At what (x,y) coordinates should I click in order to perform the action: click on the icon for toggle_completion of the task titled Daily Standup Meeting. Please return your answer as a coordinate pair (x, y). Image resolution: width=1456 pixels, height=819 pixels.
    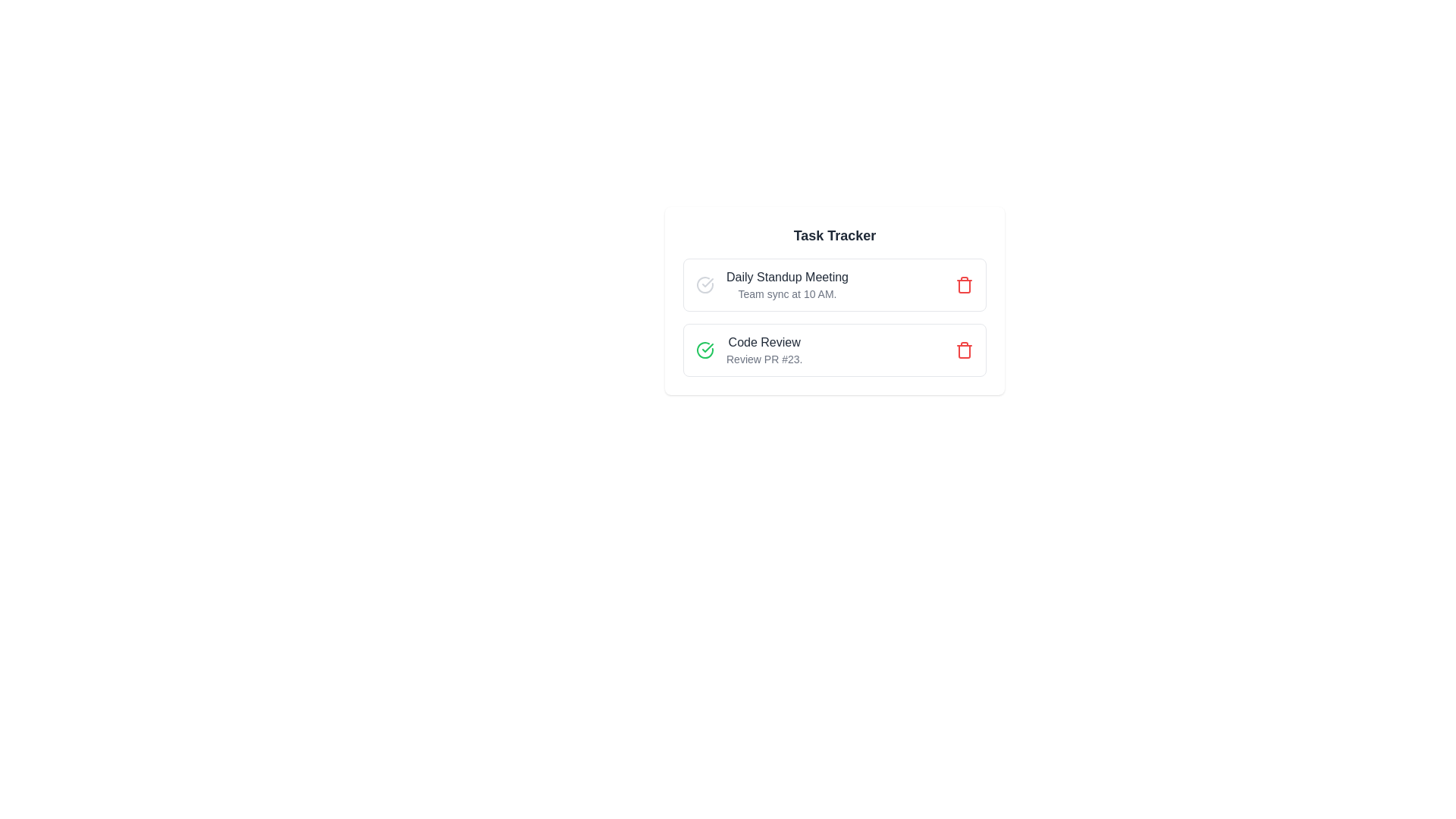
    Looking at the image, I should click on (704, 284).